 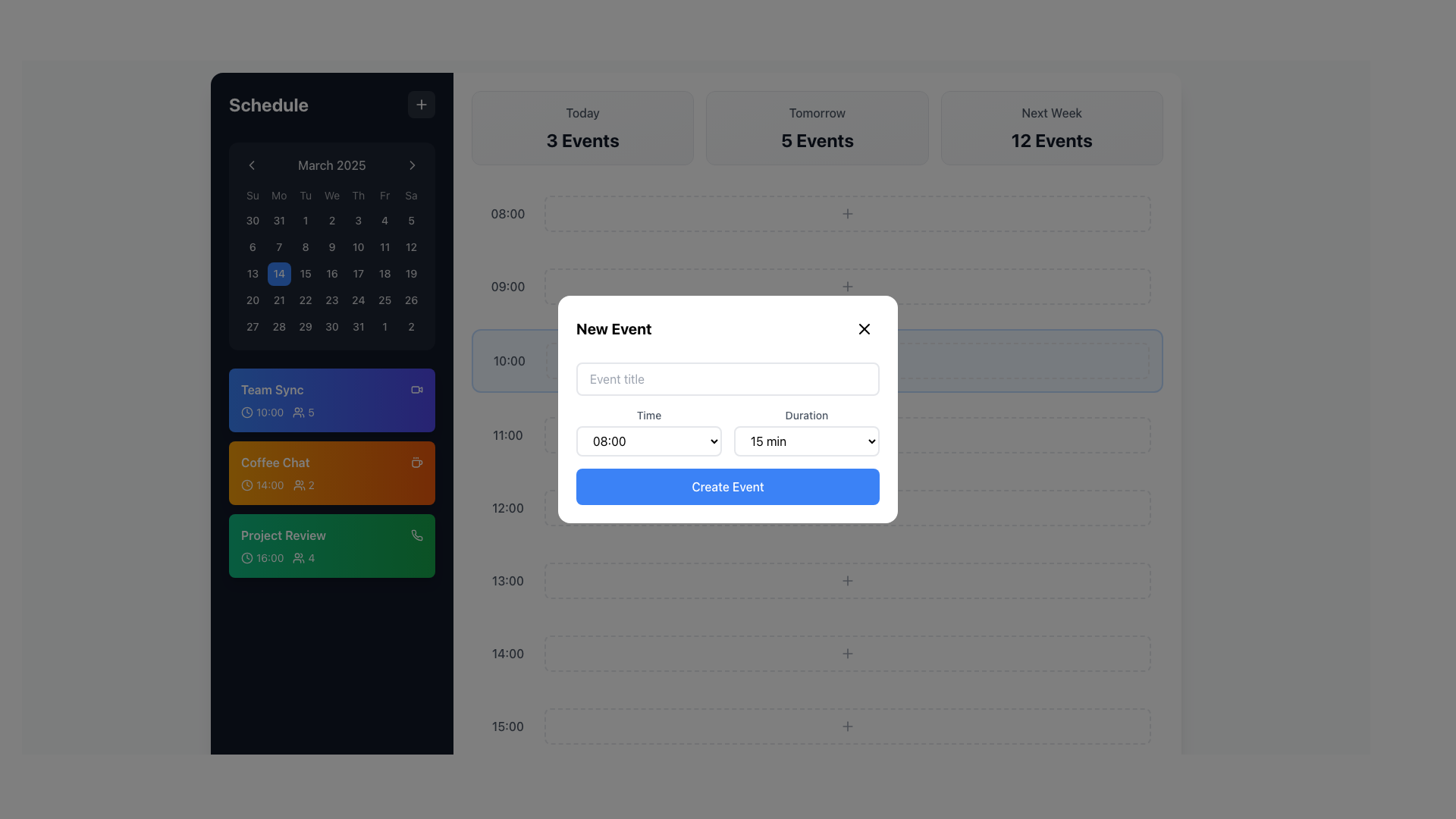 I want to click on the selectable date button for March 25, 2025, in the calendar UI, so click(x=384, y=300).